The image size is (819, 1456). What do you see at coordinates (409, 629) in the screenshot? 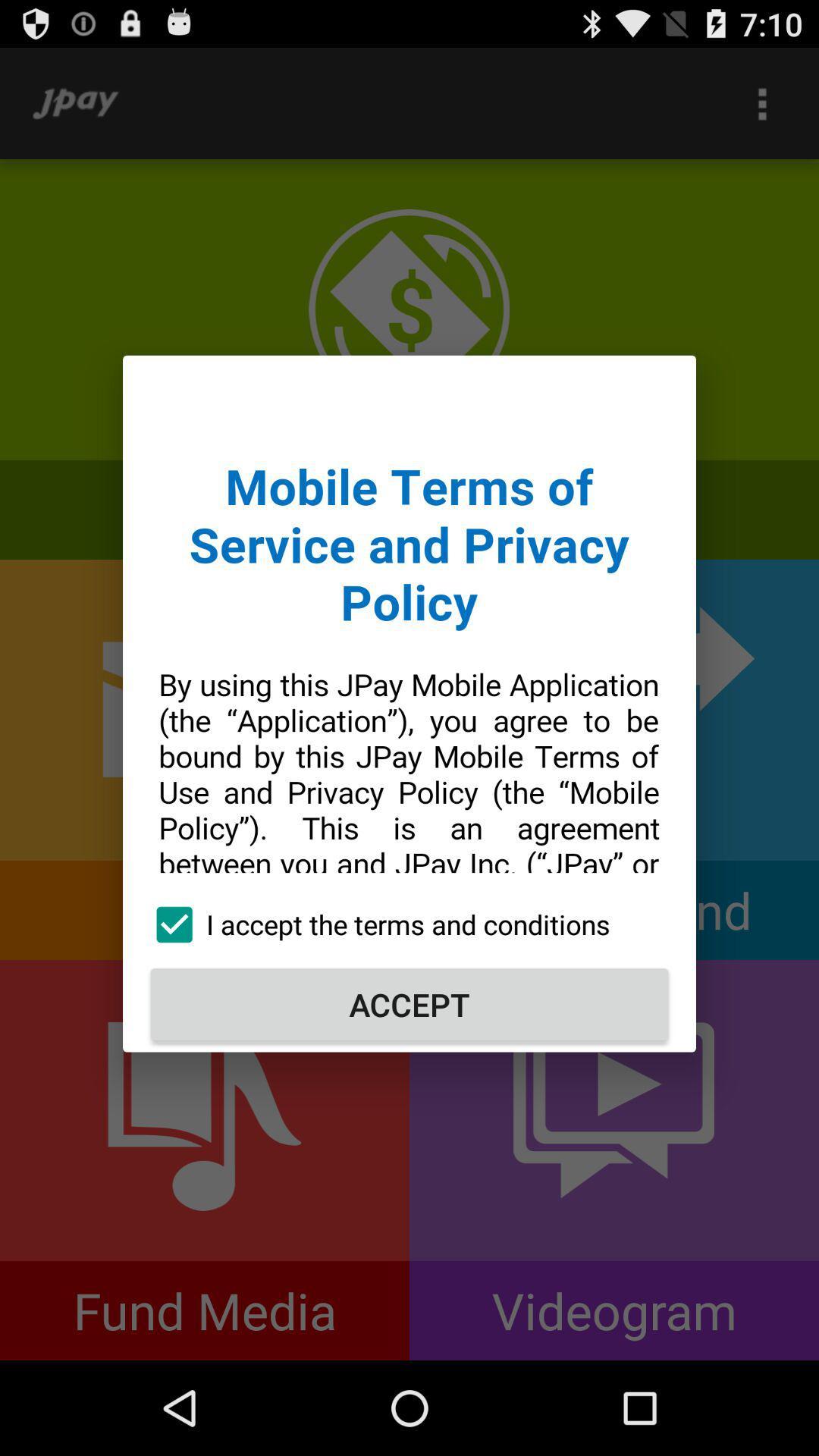
I see `terms of service` at bounding box center [409, 629].